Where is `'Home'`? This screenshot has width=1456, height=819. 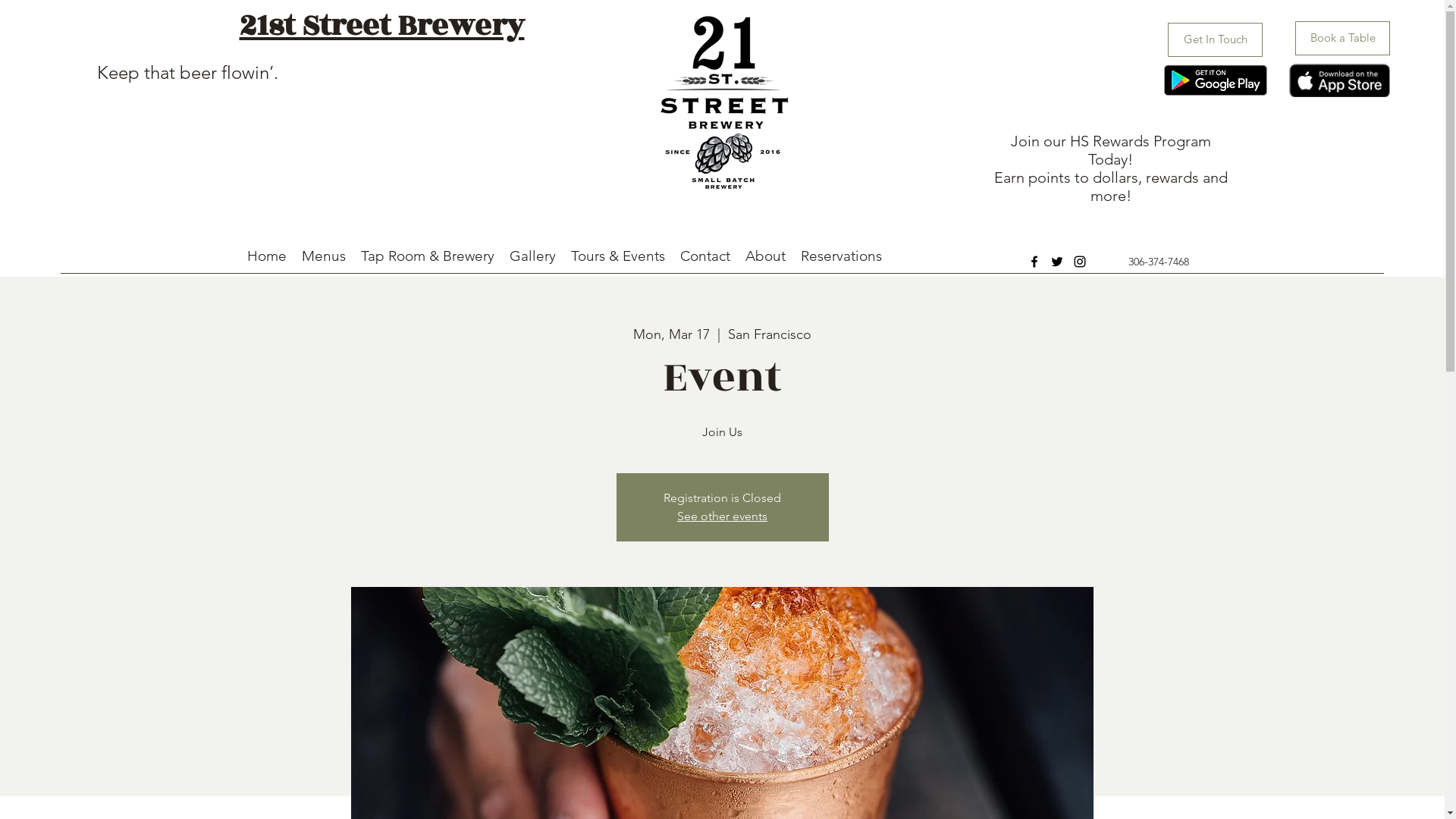
'Home' is located at coordinates (239, 256).